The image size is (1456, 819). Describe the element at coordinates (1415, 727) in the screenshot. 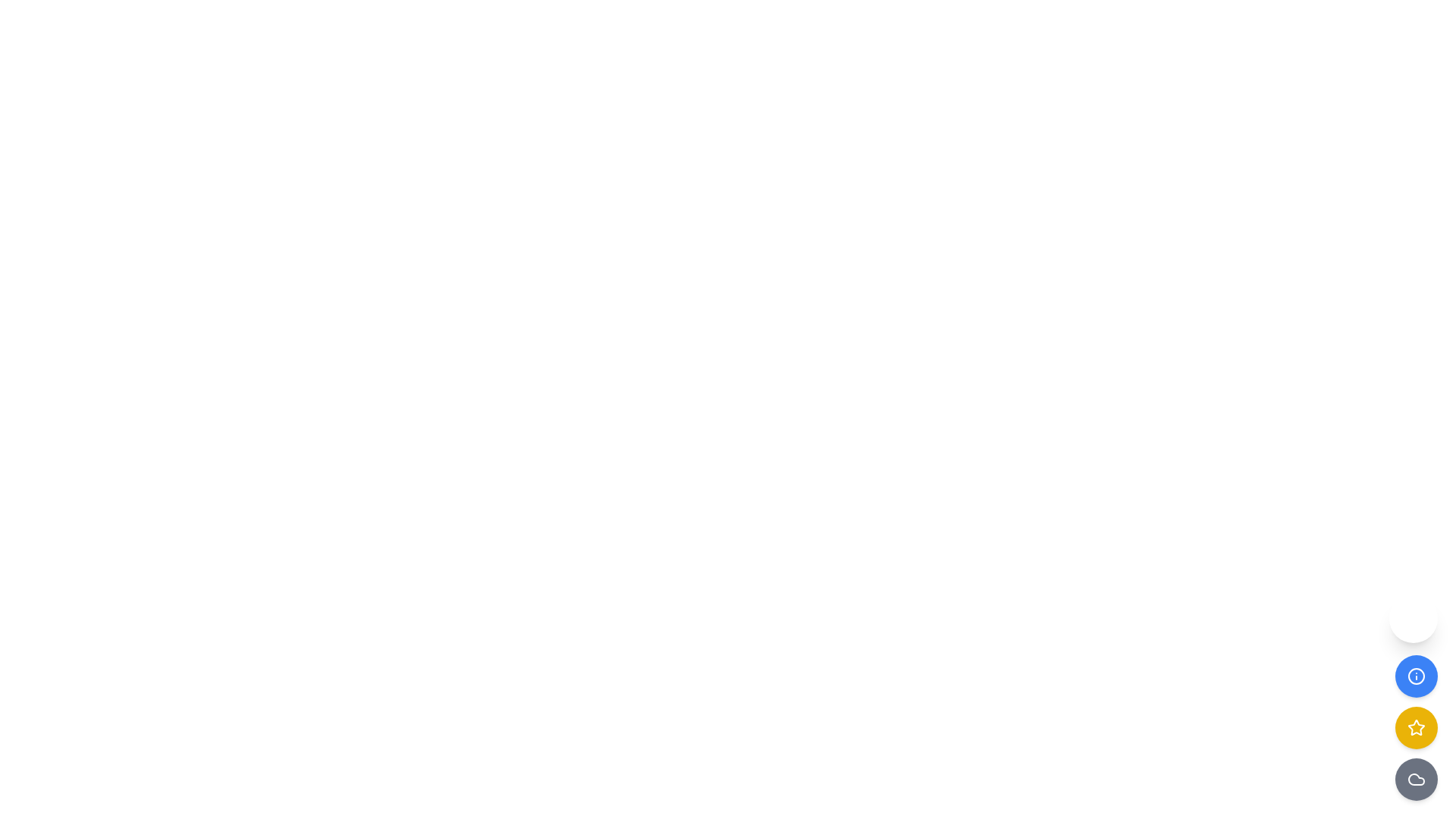

I see `the circular button with a yellow background and a white star icon` at that location.